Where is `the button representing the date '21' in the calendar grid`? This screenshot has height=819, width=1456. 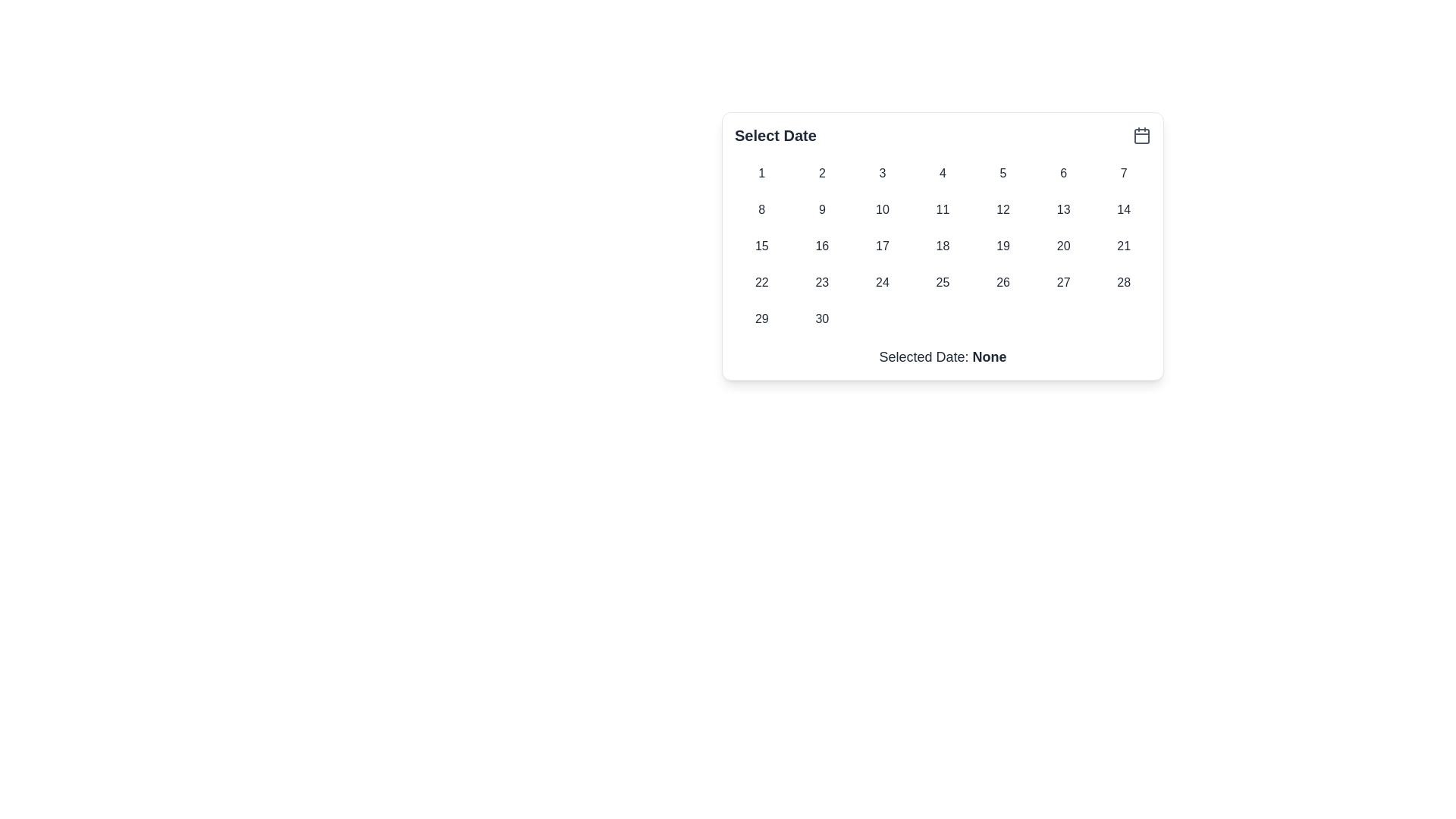 the button representing the date '21' in the calendar grid is located at coordinates (1124, 245).